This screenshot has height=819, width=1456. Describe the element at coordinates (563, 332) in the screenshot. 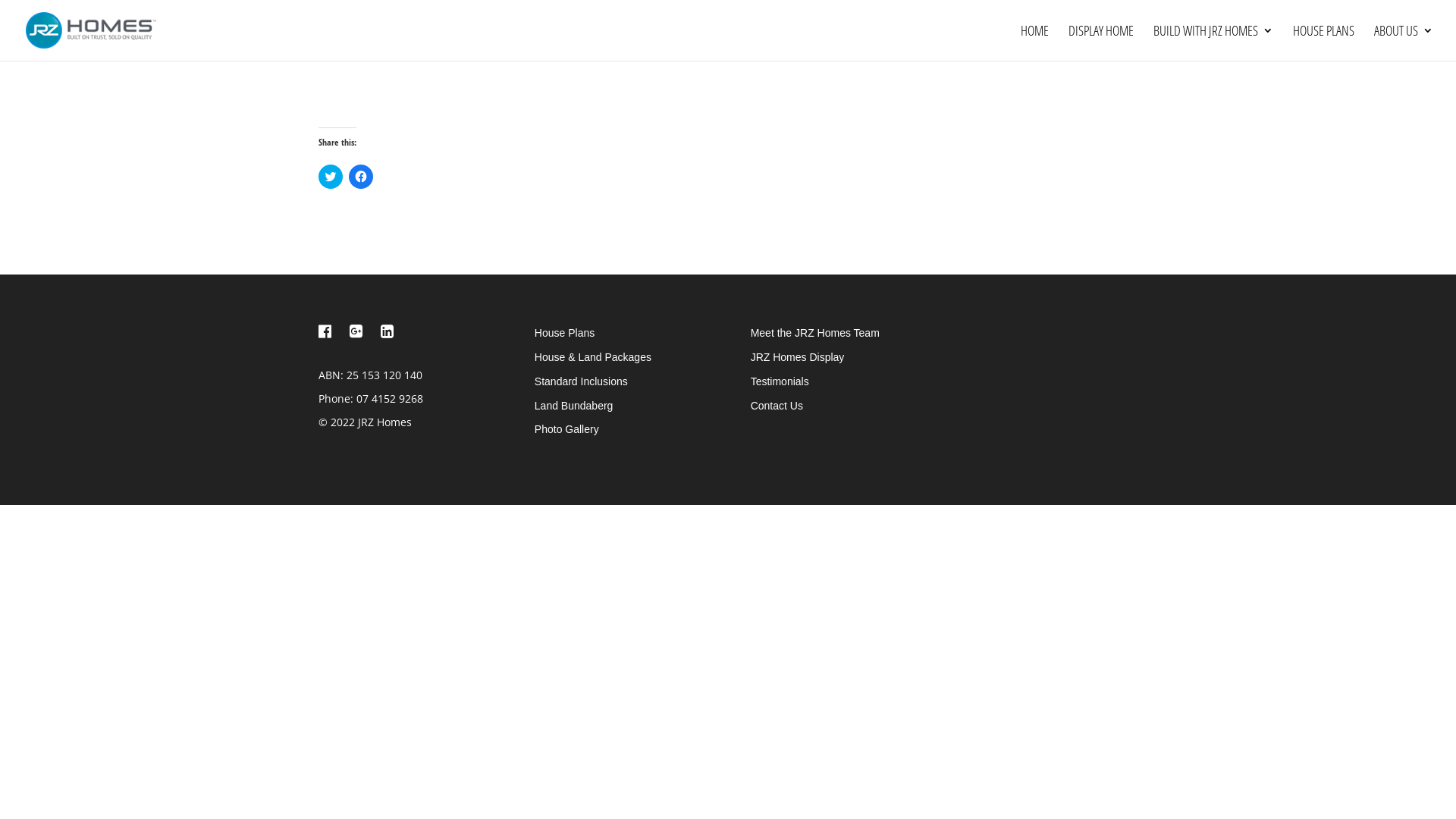

I see `'House Plans'` at that location.